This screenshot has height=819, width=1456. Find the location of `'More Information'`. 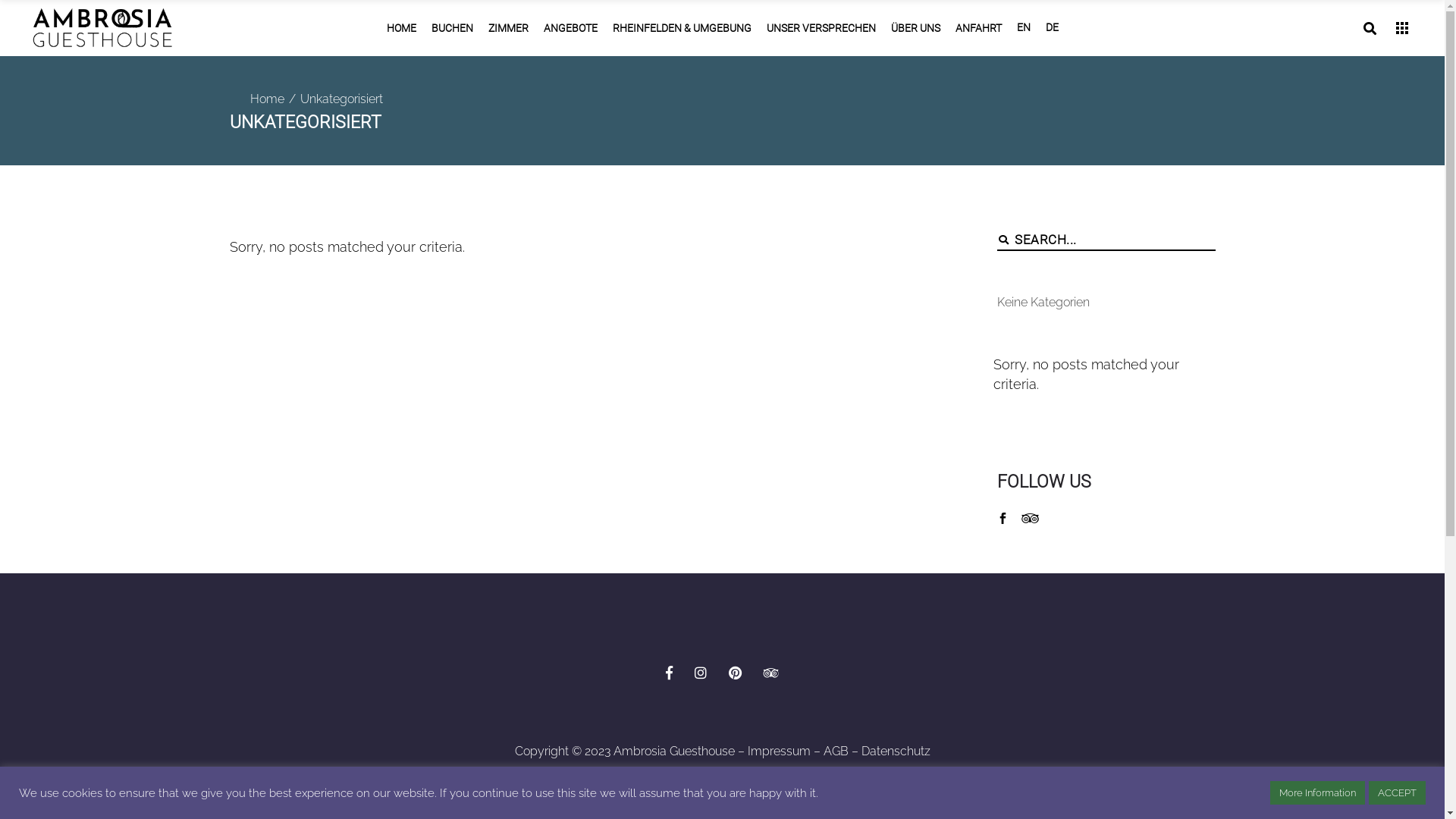

'More Information' is located at coordinates (1316, 792).